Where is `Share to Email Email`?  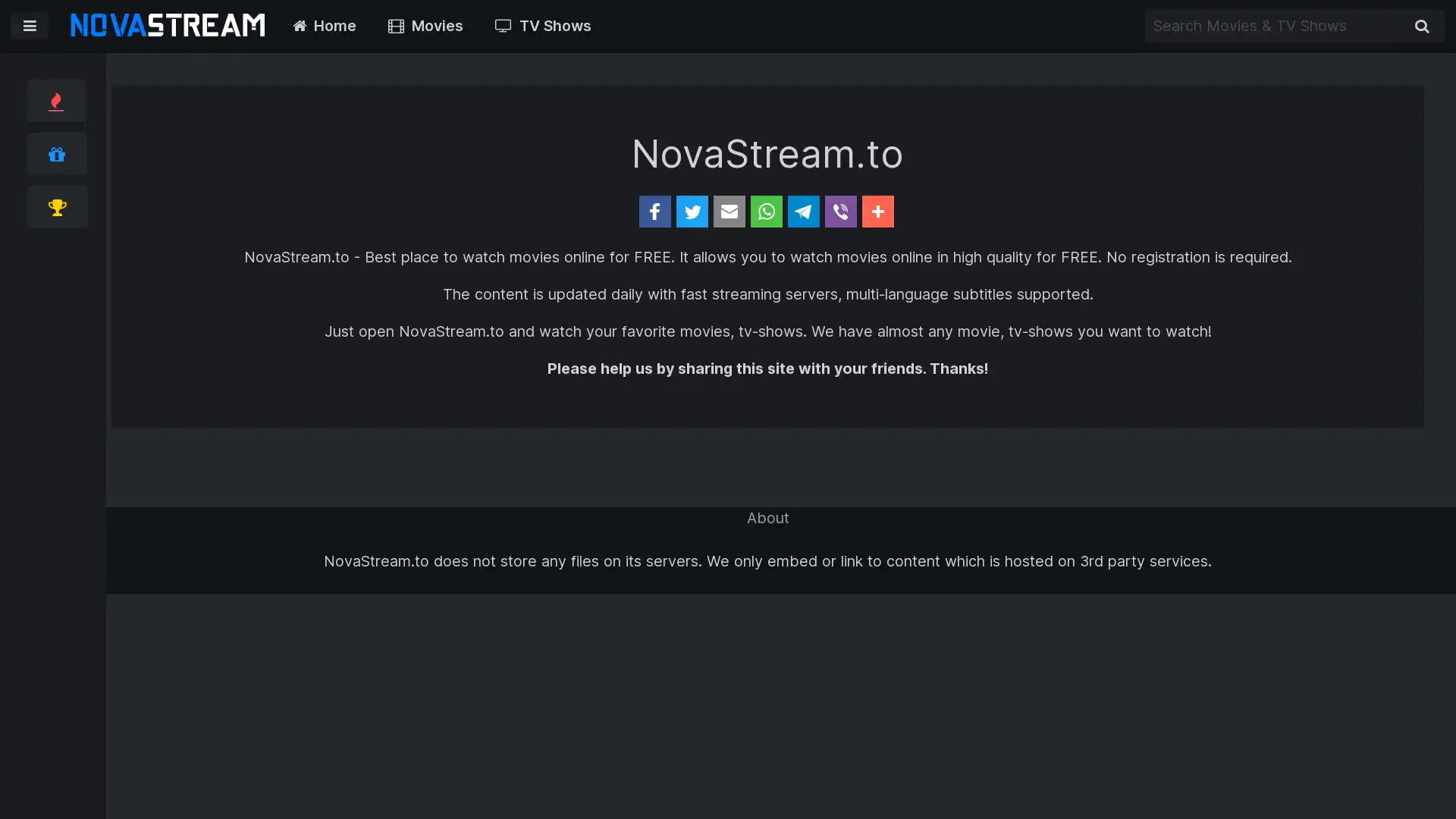 Share to Email Email is located at coordinates (686, 211).